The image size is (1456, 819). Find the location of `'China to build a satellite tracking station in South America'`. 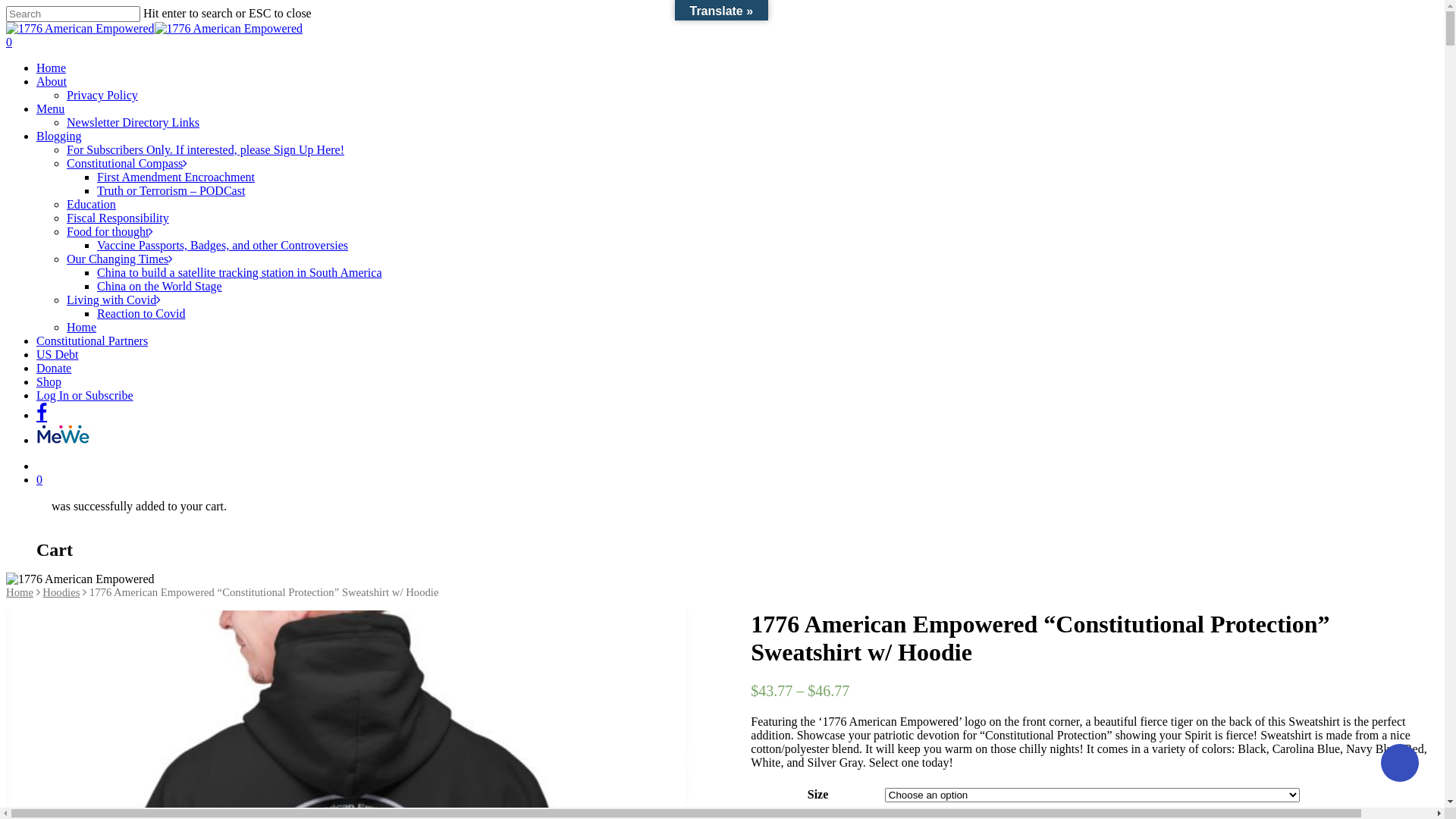

'China to build a satellite tracking station in South America' is located at coordinates (238, 271).